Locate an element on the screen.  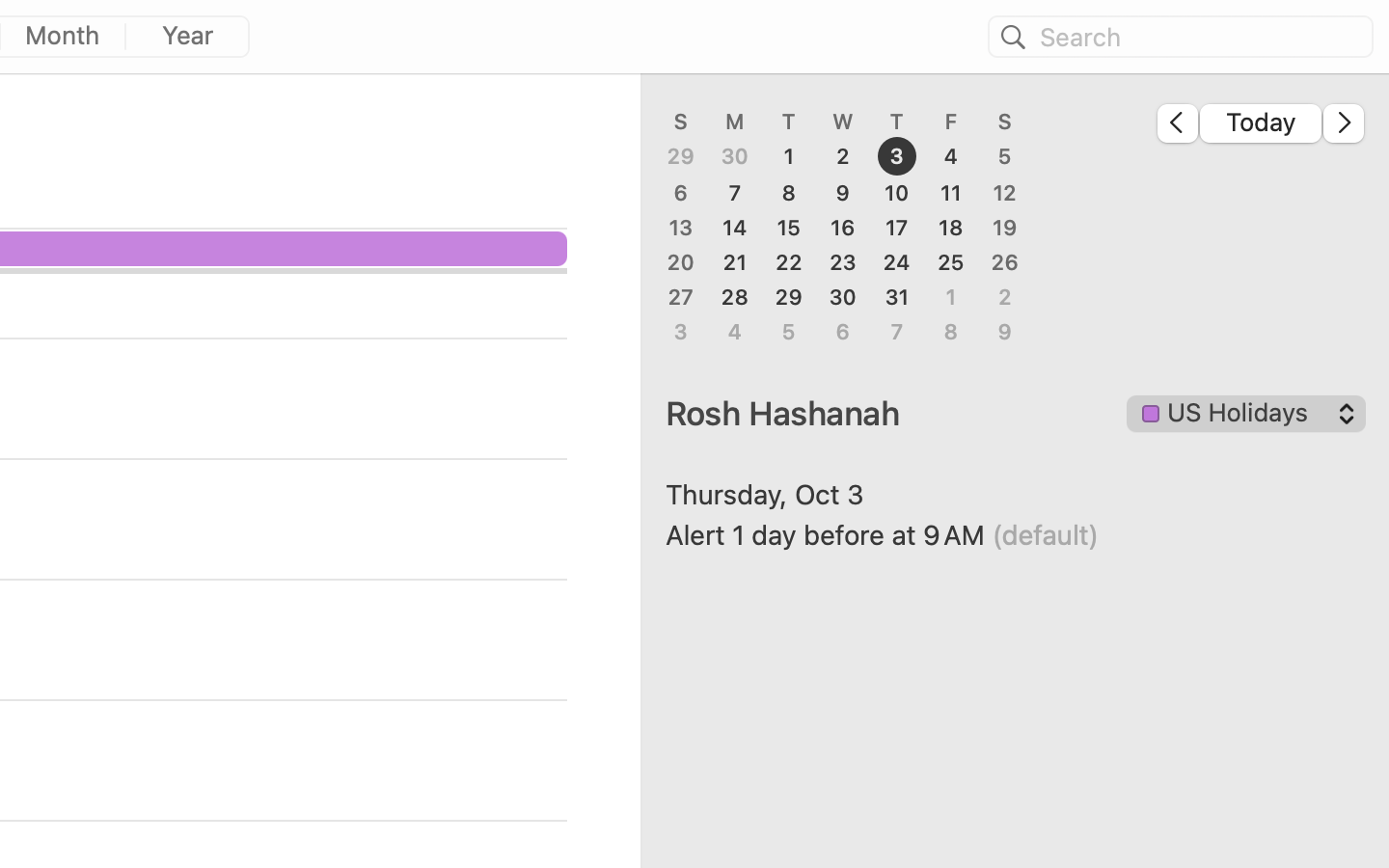
'27' is located at coordinates (681, 295).